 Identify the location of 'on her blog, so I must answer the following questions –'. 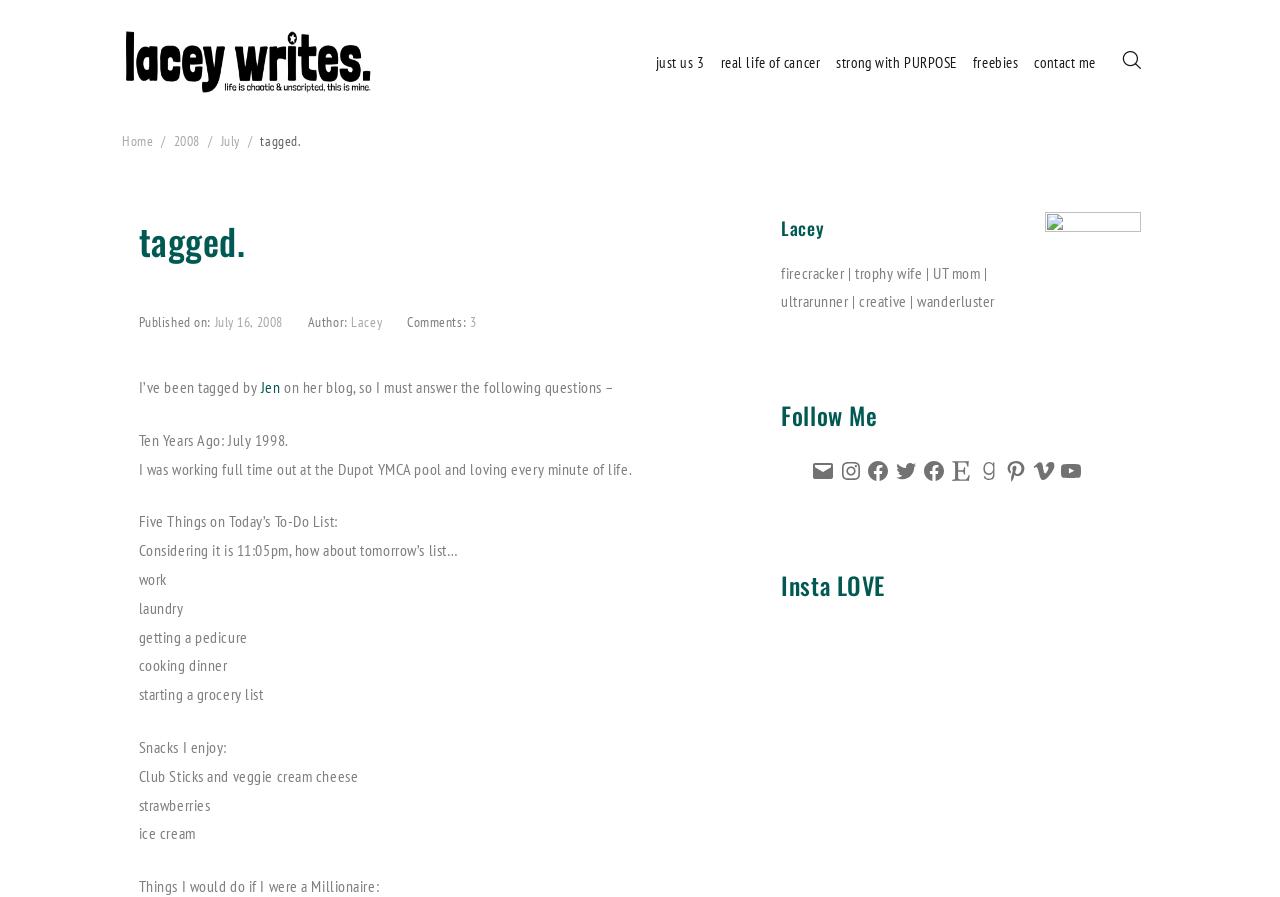
(445, 384).